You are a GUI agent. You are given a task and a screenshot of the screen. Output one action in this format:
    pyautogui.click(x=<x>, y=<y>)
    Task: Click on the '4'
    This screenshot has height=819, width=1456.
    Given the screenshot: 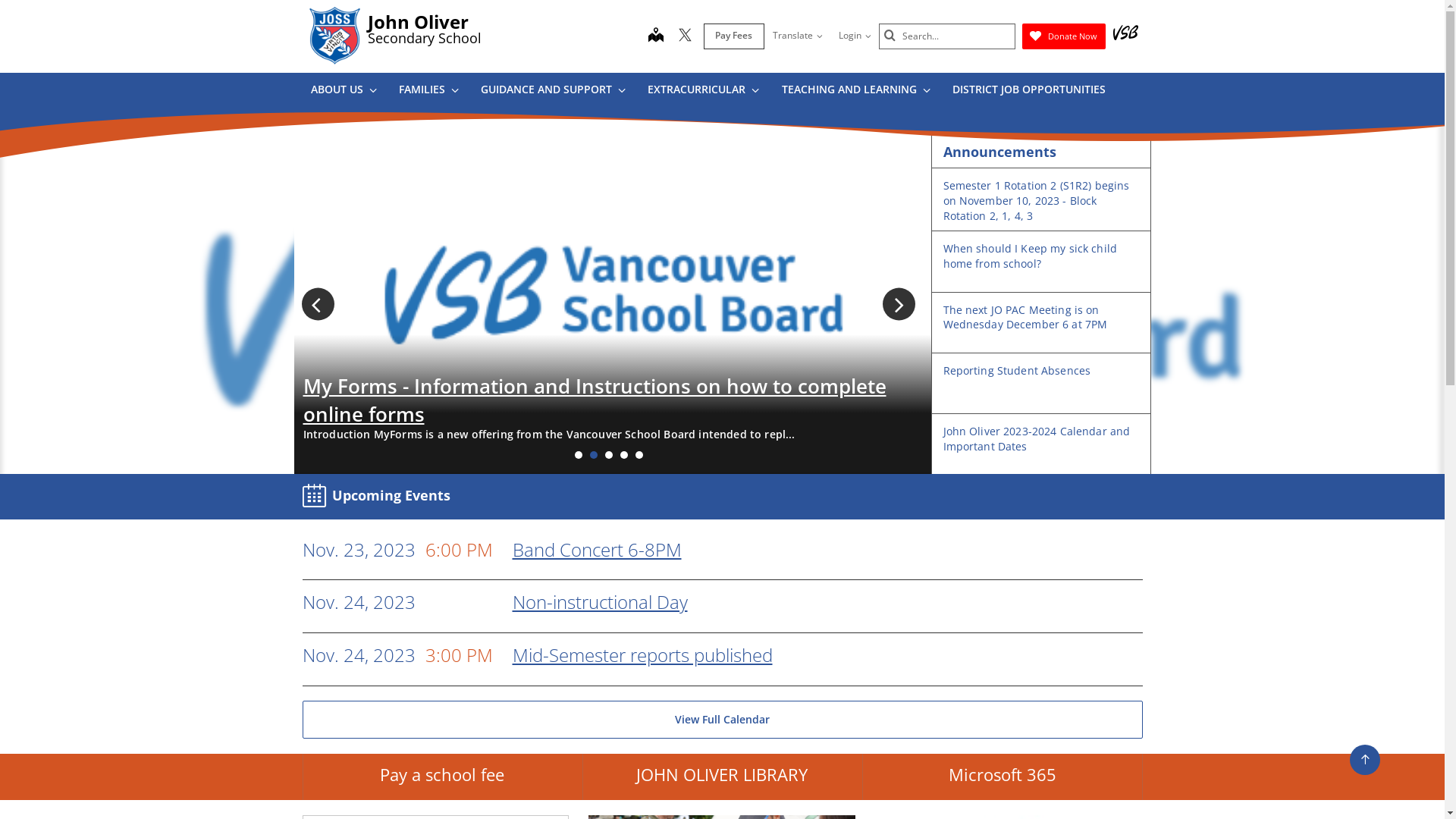 What is the action you would take?
    pyautogui.click(x=620, y=454)
    